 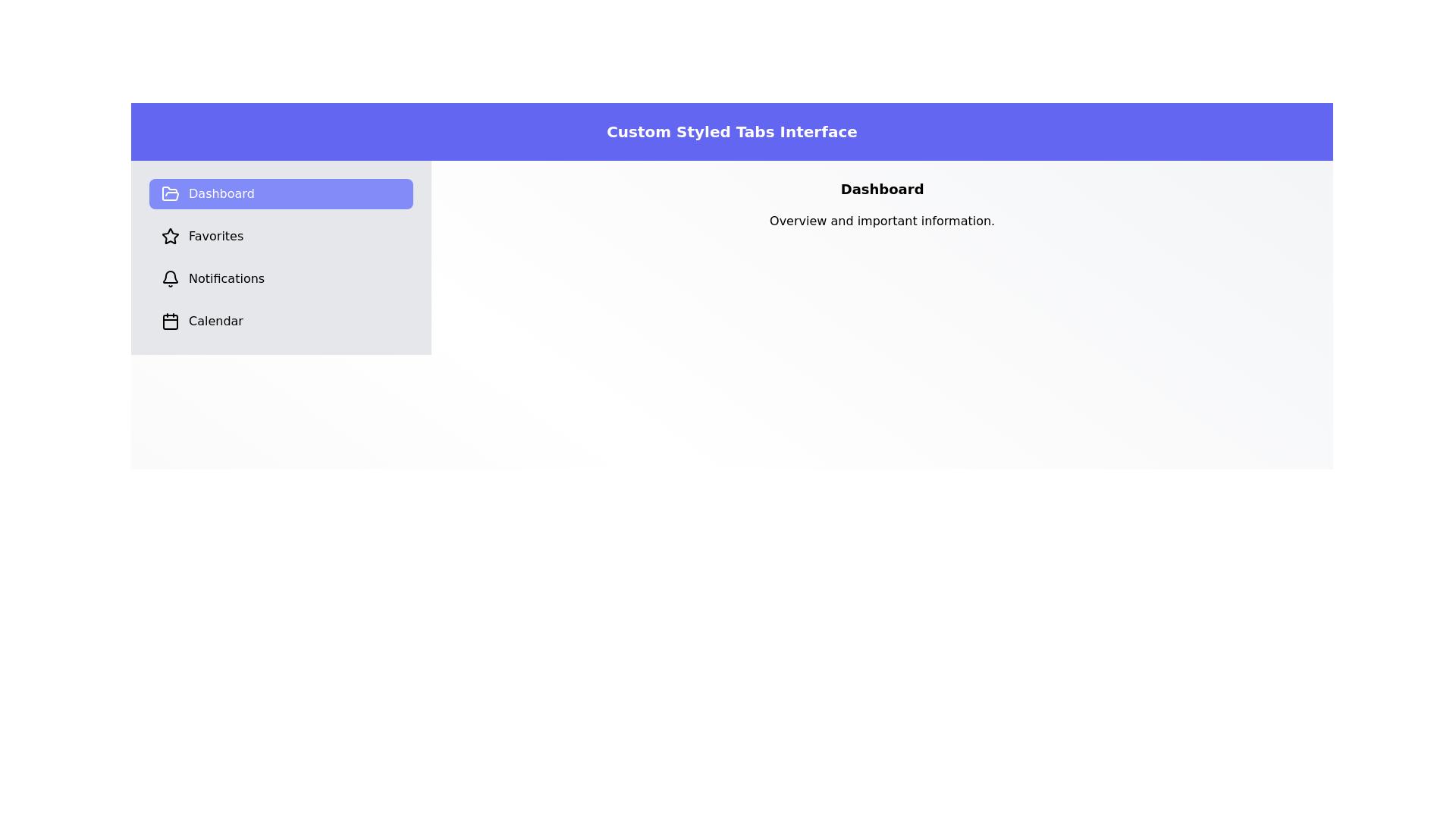 What do you see at coordinates (281, 278) in the screenshot?
I see `the Notifications tab to switch the content` at bounding box center [281, 278].